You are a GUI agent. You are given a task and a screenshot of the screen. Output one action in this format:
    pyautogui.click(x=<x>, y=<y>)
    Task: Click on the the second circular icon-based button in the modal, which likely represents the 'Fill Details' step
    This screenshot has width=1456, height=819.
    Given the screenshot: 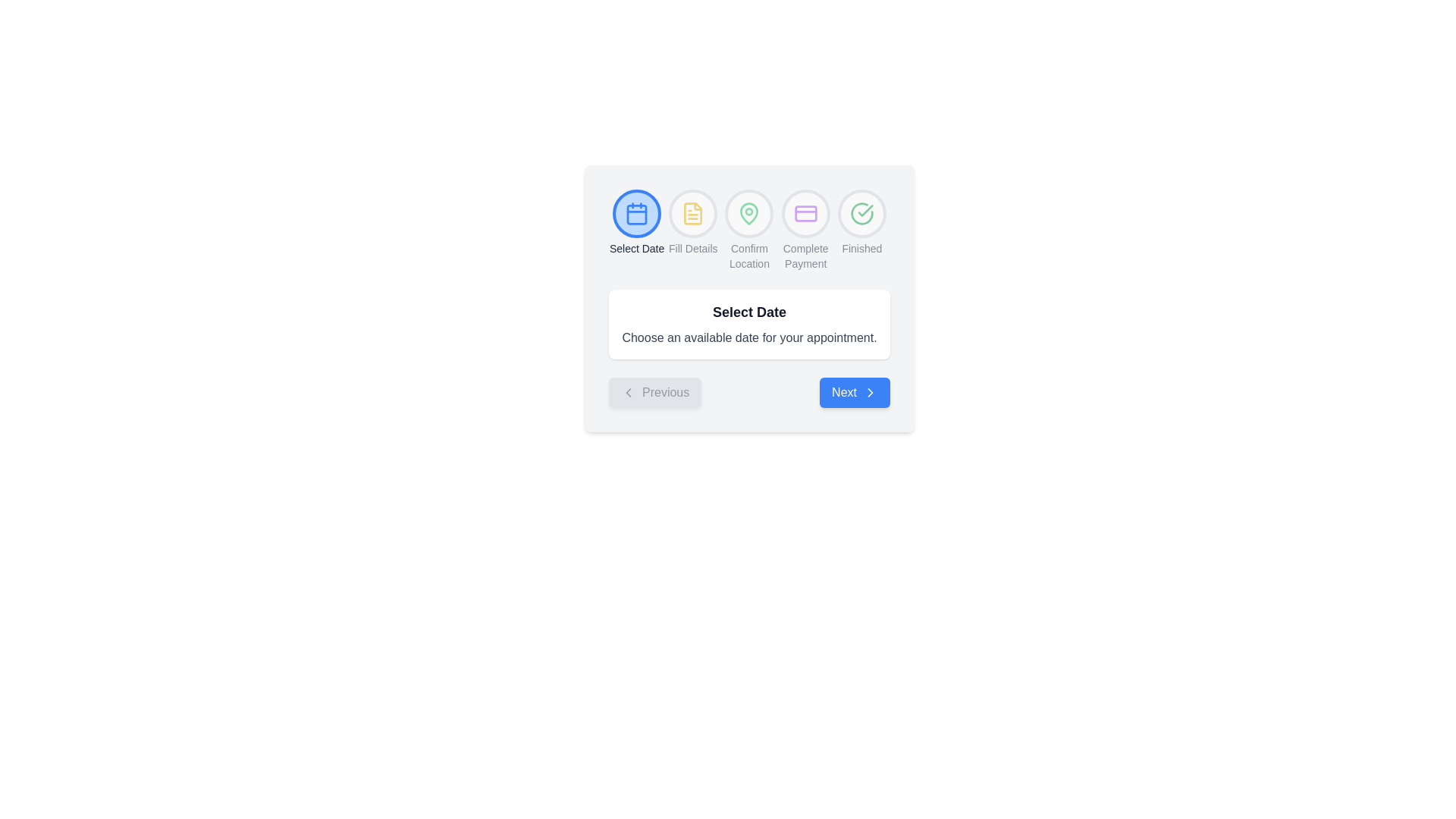 What is the action you would take?
    pyautogui.click(x=692, y=213)
    